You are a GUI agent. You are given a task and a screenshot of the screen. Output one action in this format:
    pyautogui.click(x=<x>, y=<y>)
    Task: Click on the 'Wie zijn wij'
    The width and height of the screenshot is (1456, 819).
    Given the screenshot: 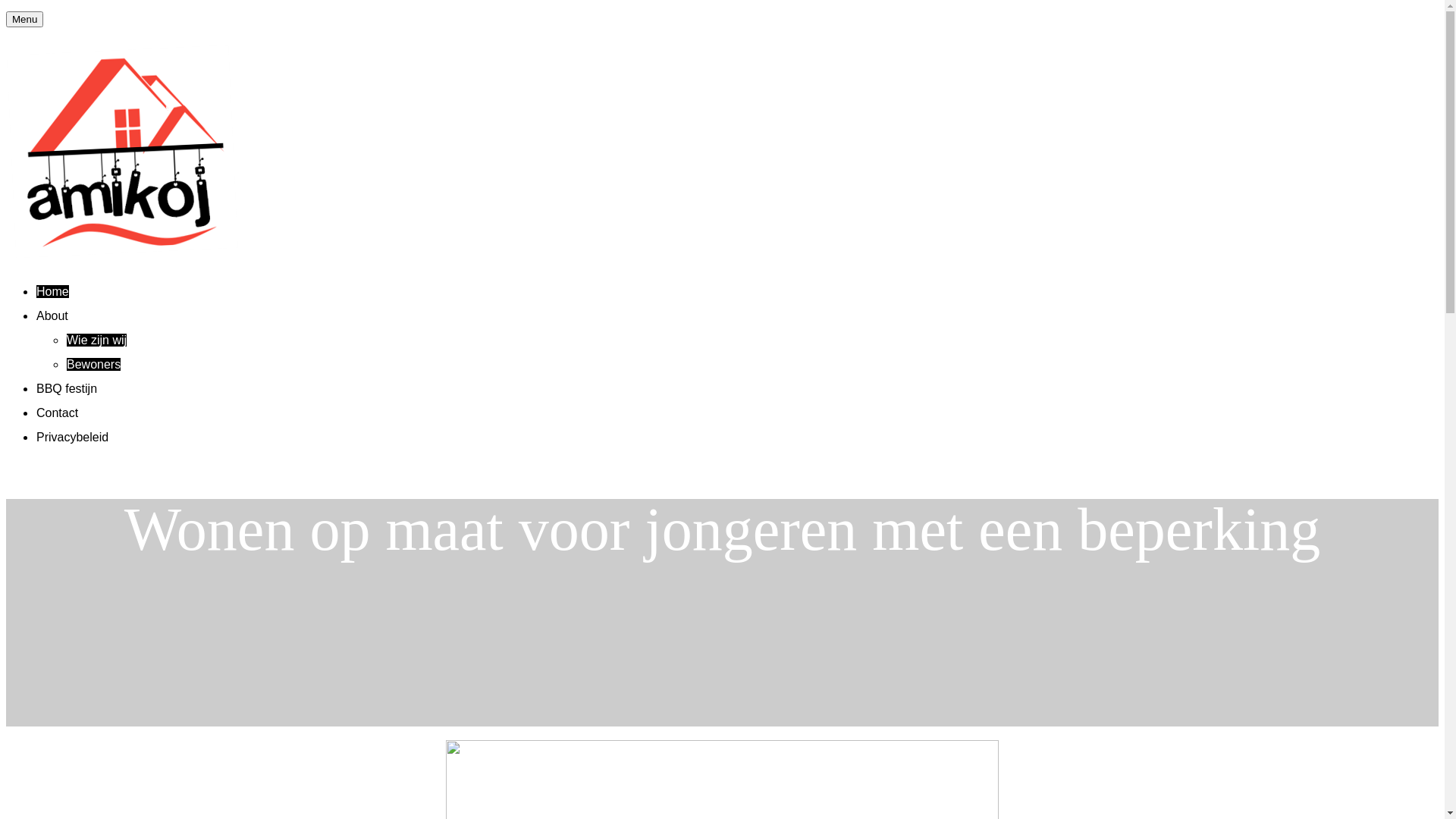 What is the action you would take?
    pyautogui.click(x=96, y=339)
    